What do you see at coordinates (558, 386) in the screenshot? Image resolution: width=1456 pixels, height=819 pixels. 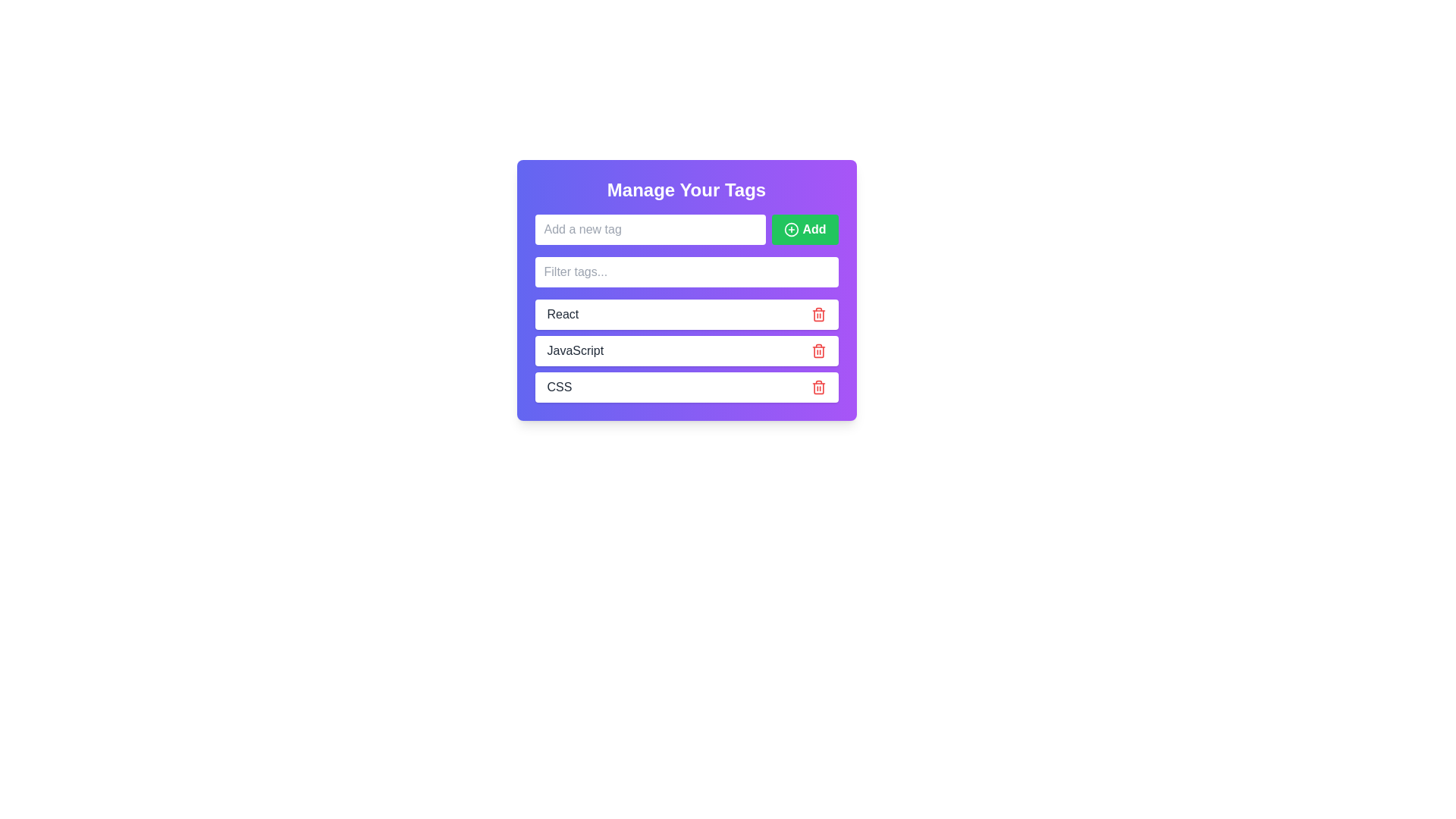 I see `the 'CSS' text label element, which is part of a list of tags located beneath the 'JavaScript' row` at bounding box center [558, 386].